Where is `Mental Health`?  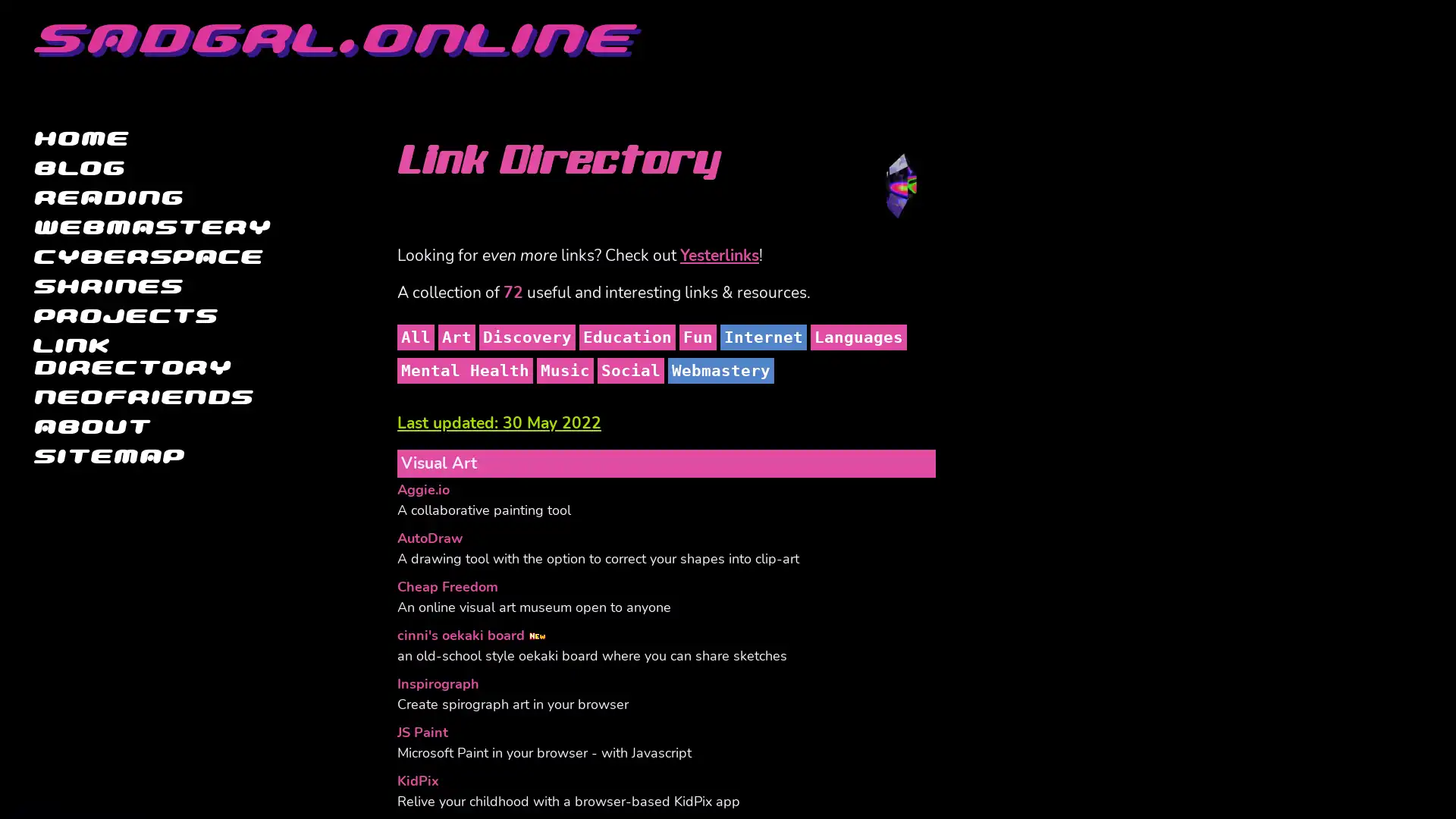
Mental Health is located at coordinates (464, 370).